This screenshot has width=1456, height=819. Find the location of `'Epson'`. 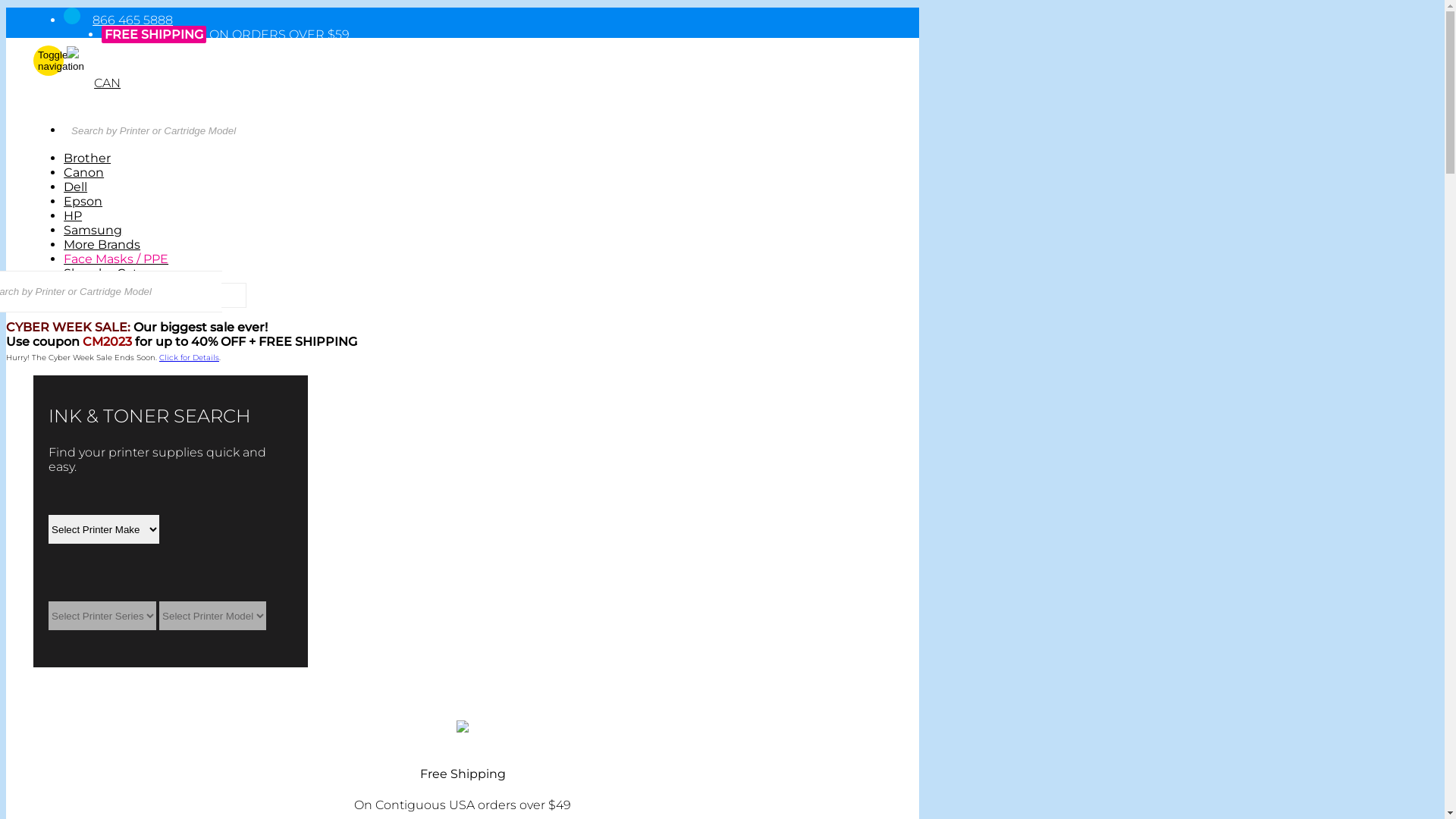

'Epson' is located at coordinates (82, 200).